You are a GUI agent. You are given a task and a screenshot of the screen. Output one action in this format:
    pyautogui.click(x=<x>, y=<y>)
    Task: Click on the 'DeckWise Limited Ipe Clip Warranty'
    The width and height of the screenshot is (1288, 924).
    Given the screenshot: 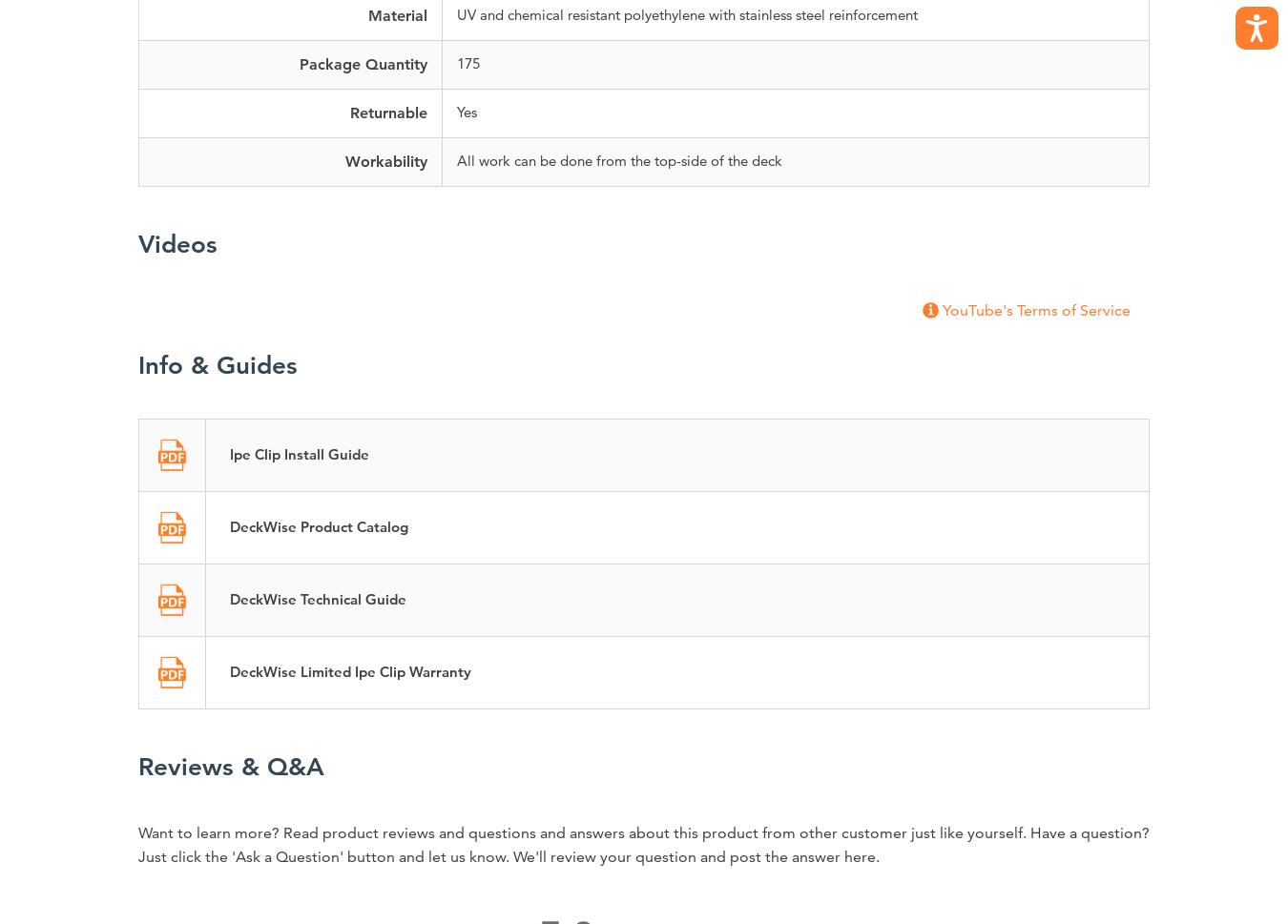 What is the action you would take?
    pyautogui.click(x=350, y=670)
    